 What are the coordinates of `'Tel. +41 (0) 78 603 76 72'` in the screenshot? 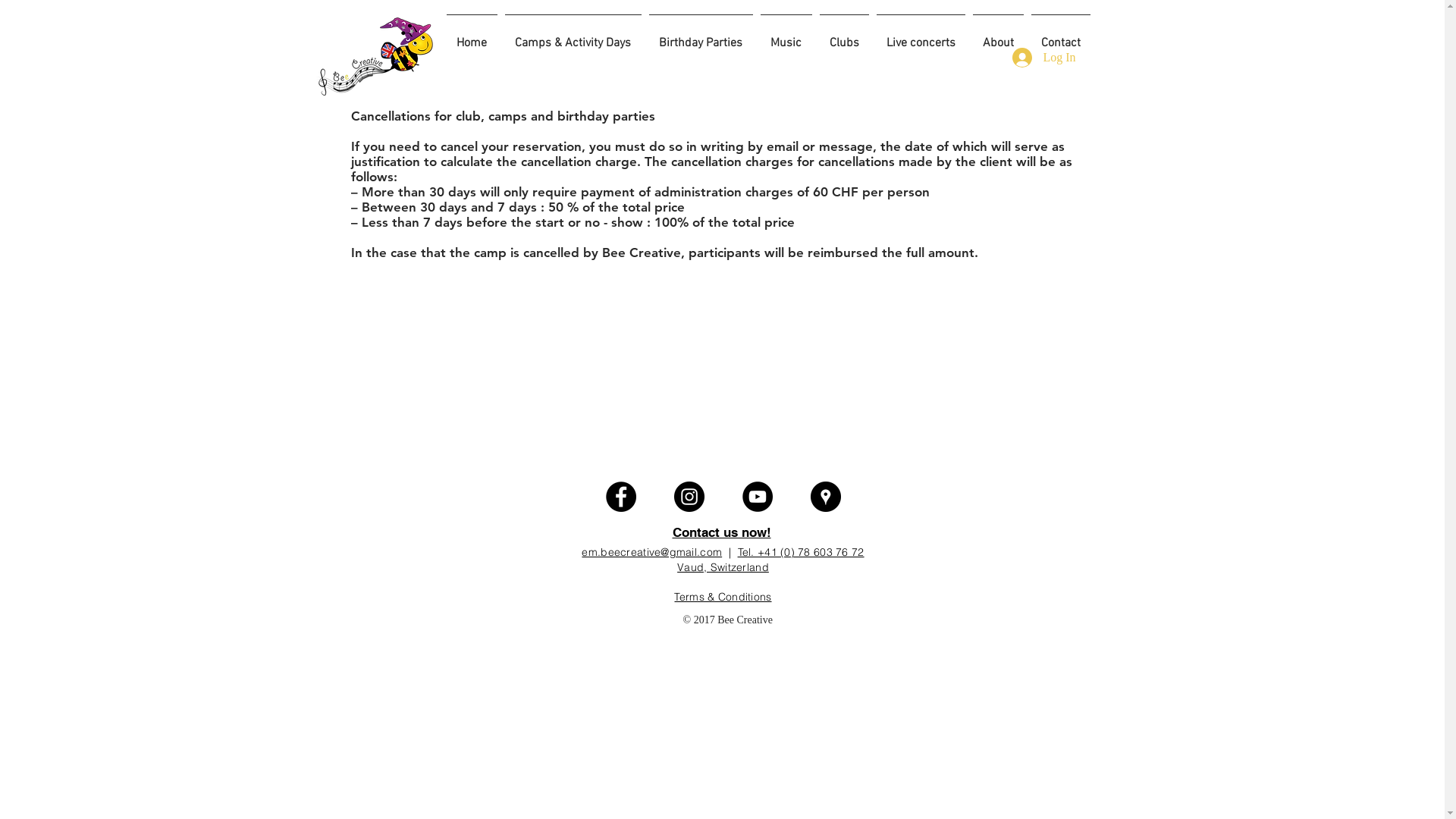 It's located at (800, 552).